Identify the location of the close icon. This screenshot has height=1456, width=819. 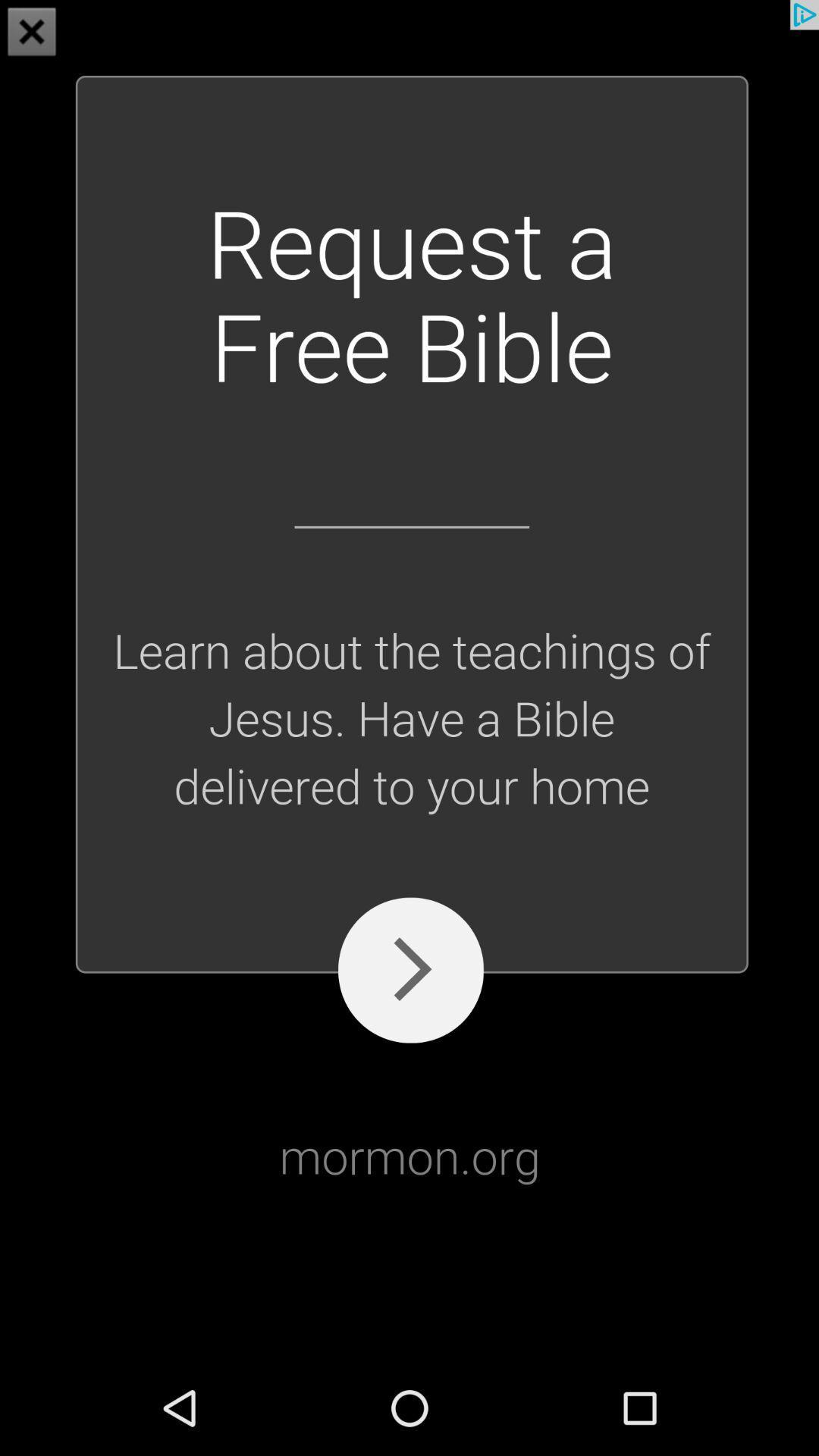
(32, 33).